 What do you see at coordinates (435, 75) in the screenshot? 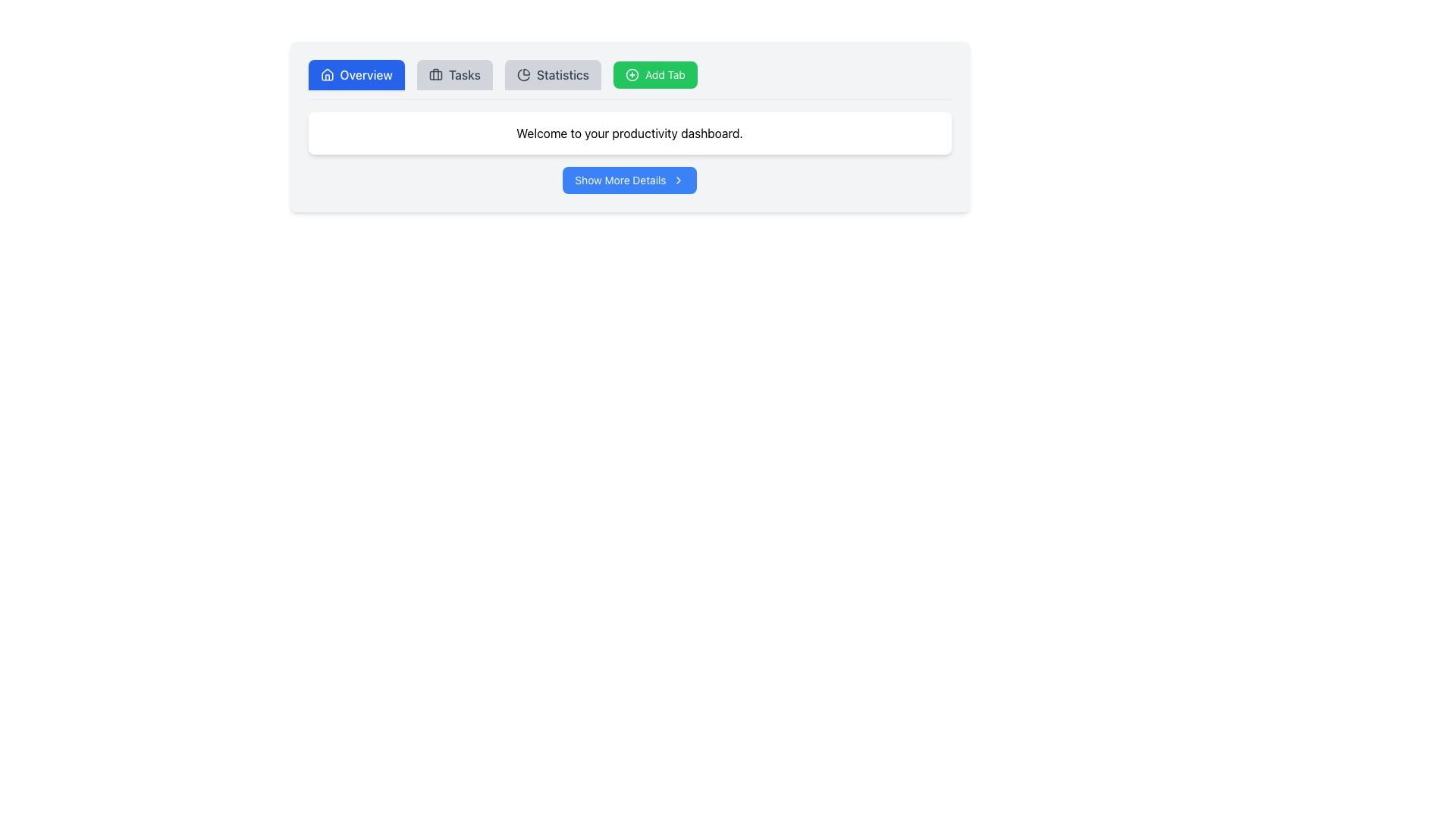
I see `the icon located to the left of the 'Tasks' button in the top navigation bar` at bounding box center [435, 75].